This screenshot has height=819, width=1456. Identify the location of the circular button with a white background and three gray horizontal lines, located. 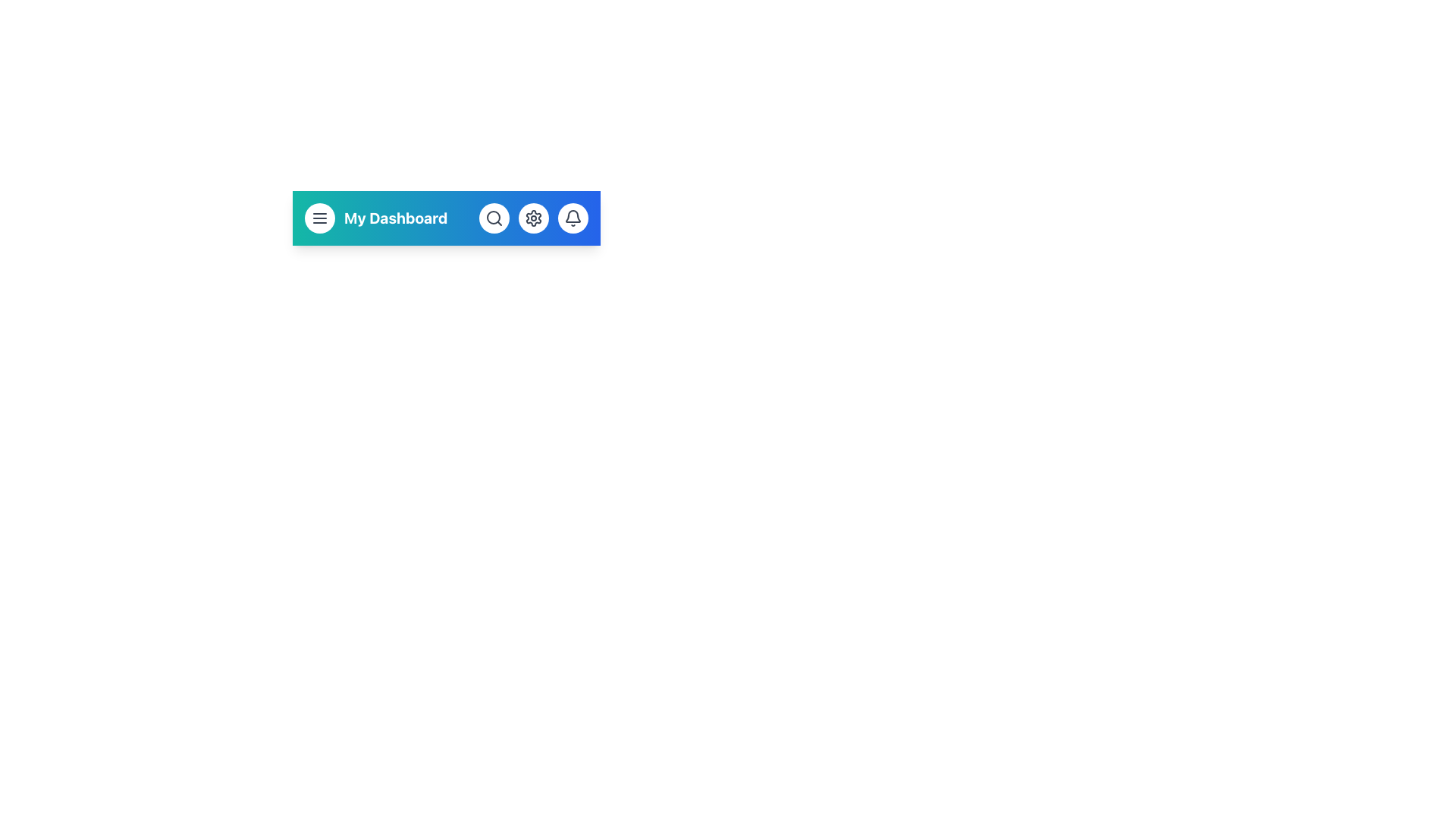
(319, 218).